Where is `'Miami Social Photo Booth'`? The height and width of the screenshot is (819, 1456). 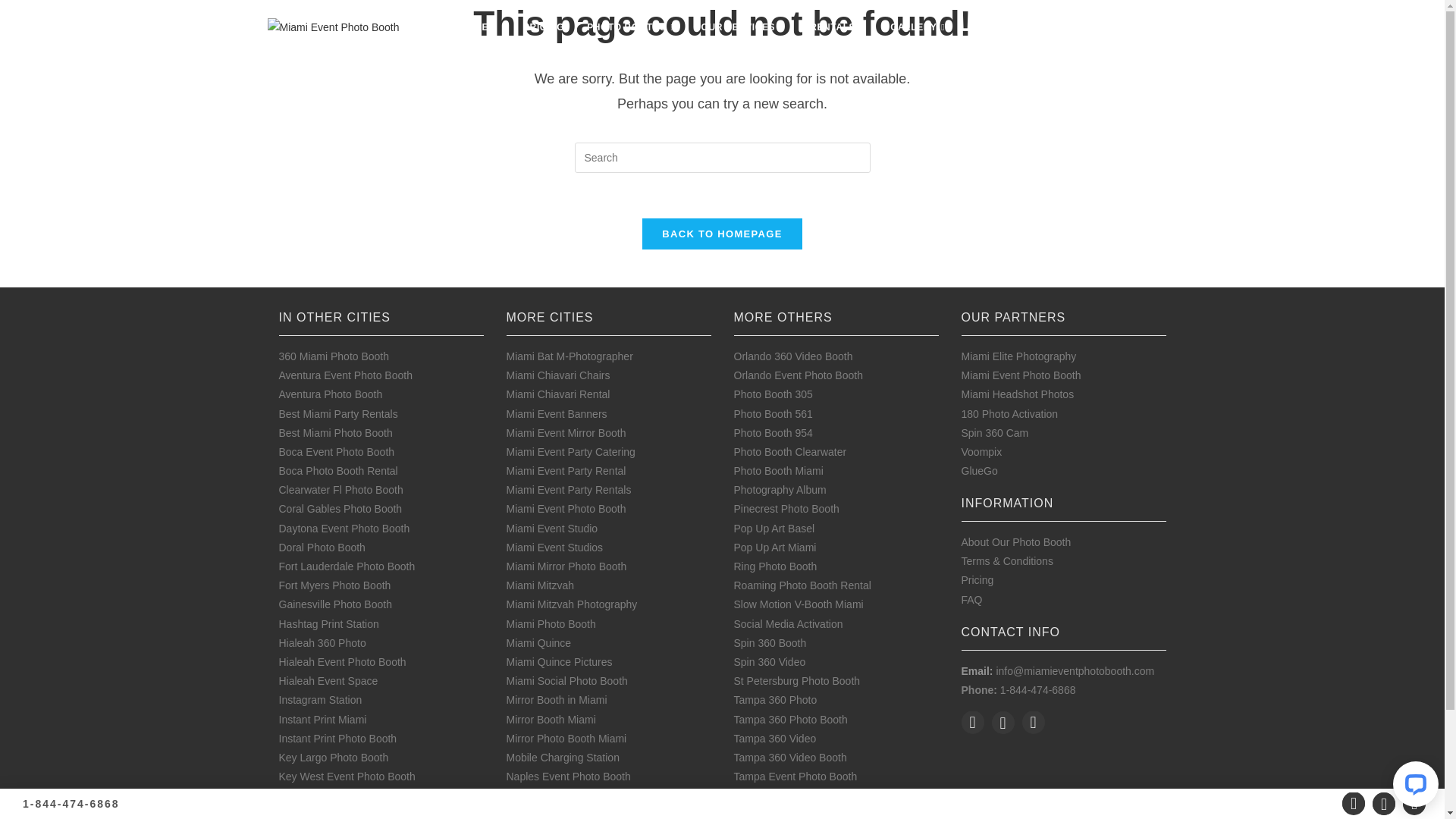 'Miami Social Photo Booth' is located at coordinates (566, 680).